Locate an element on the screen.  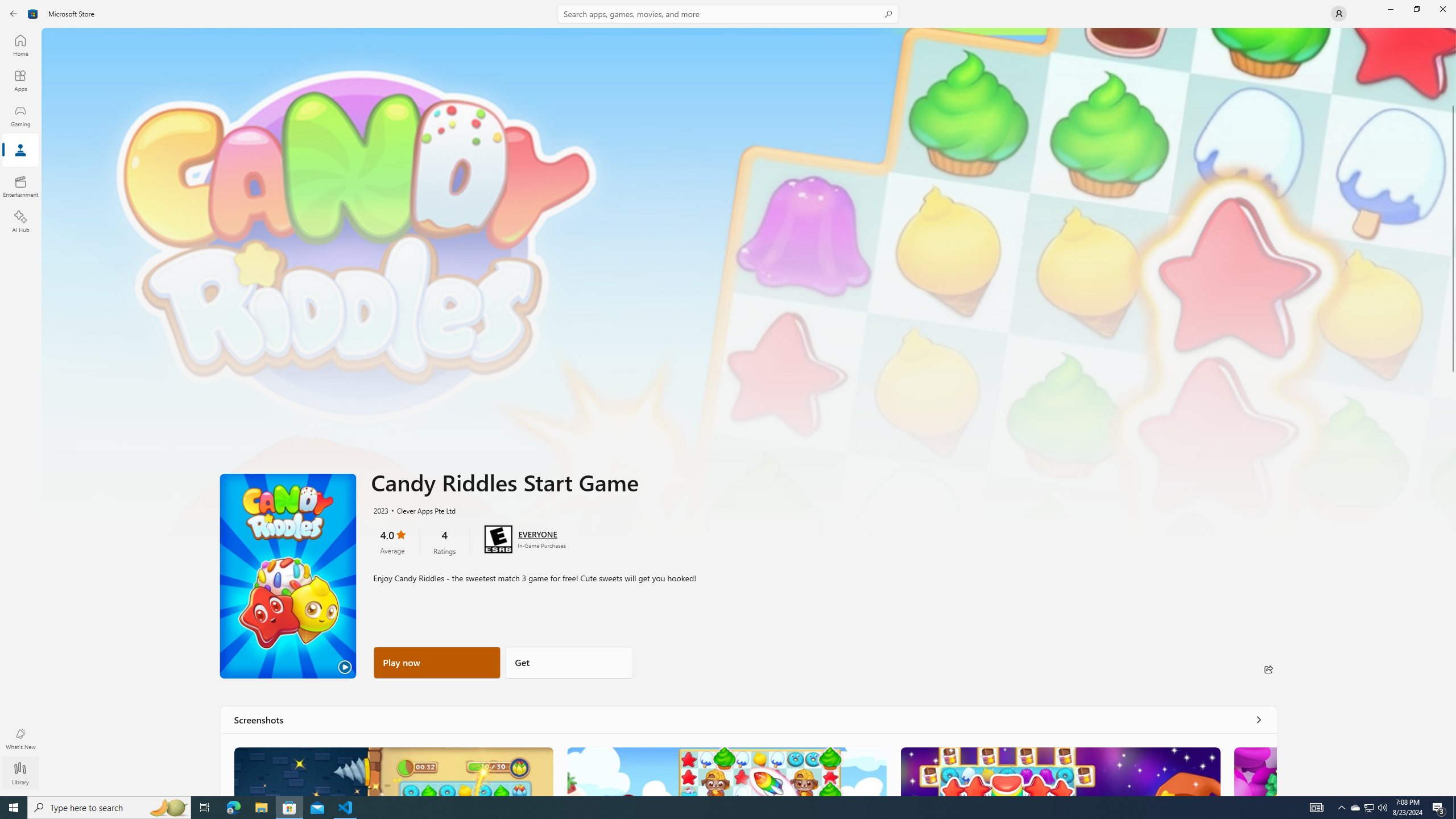
'Vertical Small Decrease' is located at coordinates (1451, 31).